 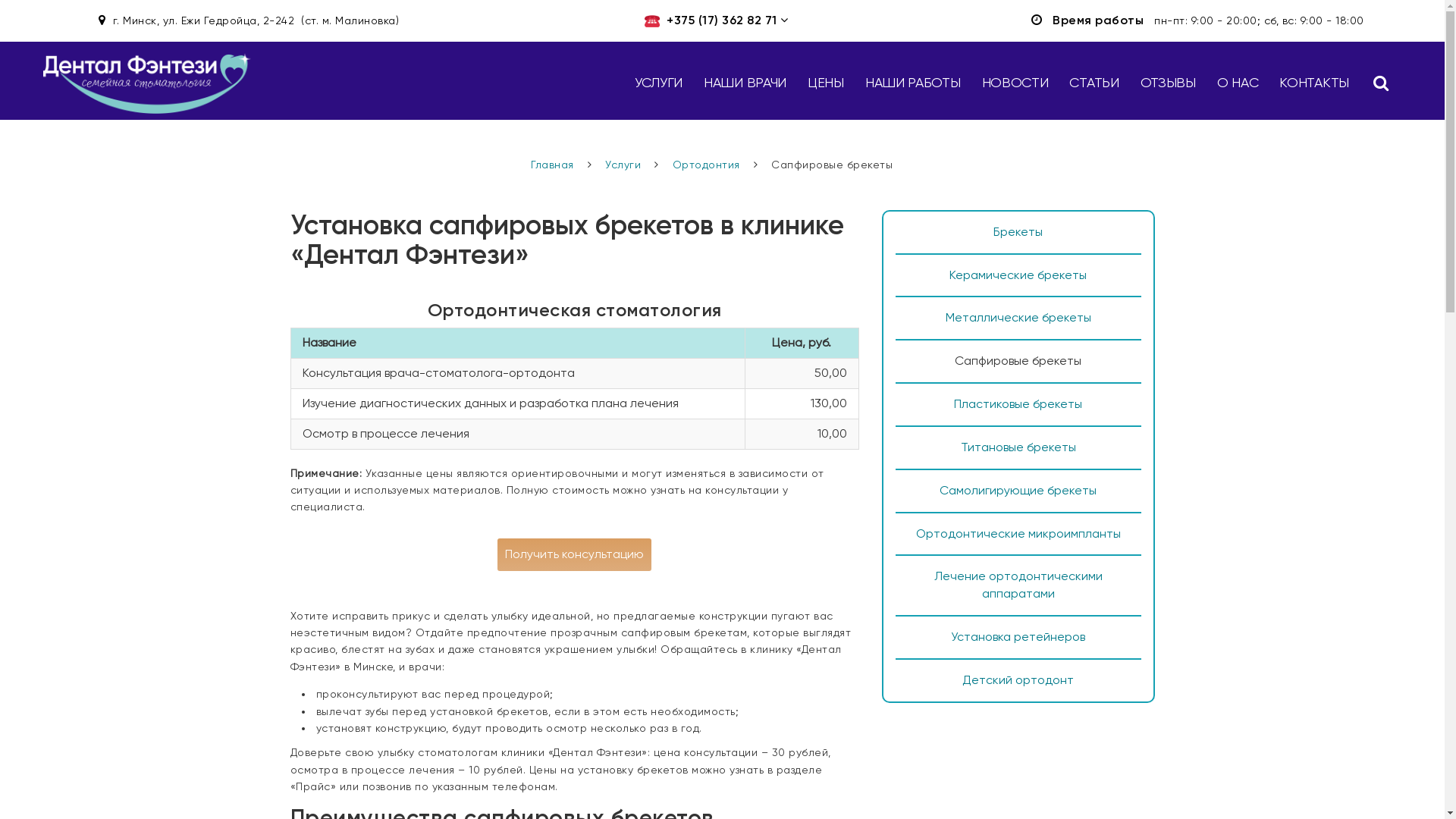 What do you see at coordinates (720, 20) in the screenshot?
I see `'+375 (17) 362 82 71'` at bounding box center [720, 20].